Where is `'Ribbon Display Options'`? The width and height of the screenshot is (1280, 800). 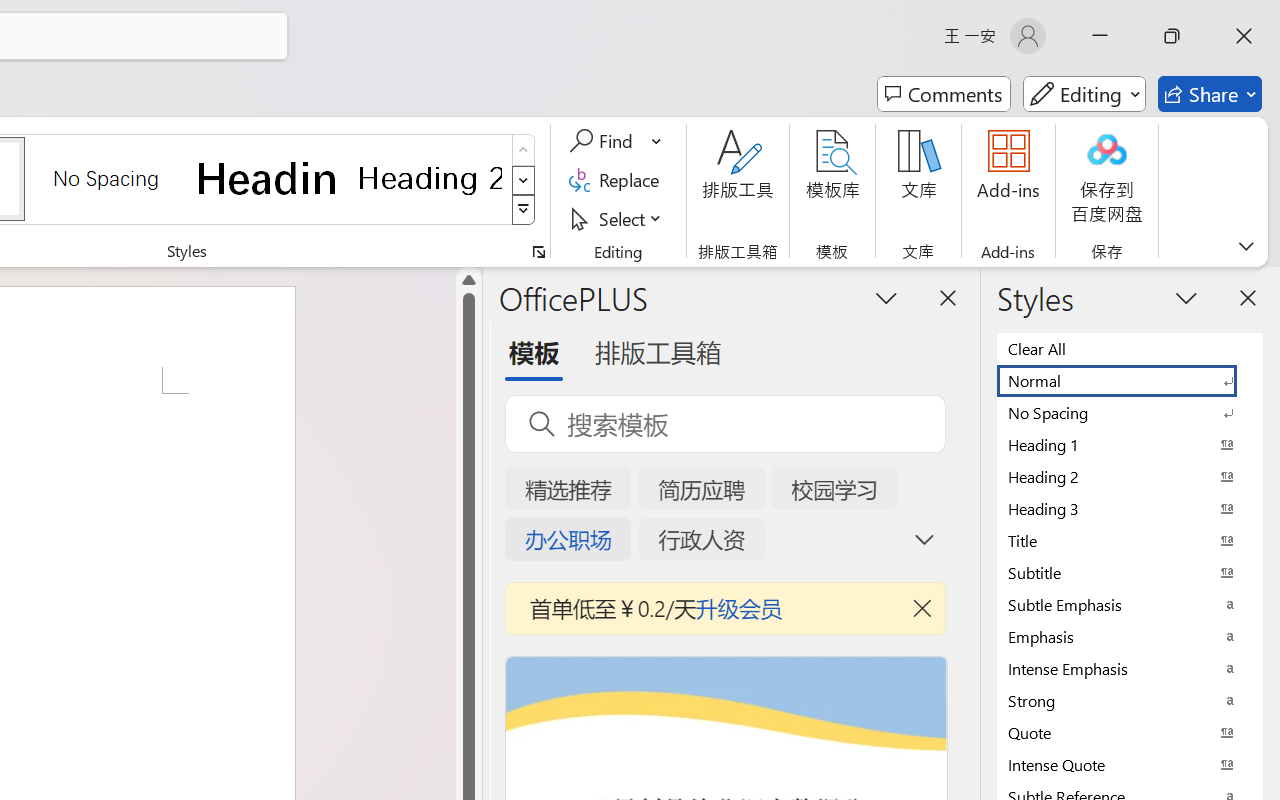 'Ribbon Display Options' is located at coordinates (1245, 245).